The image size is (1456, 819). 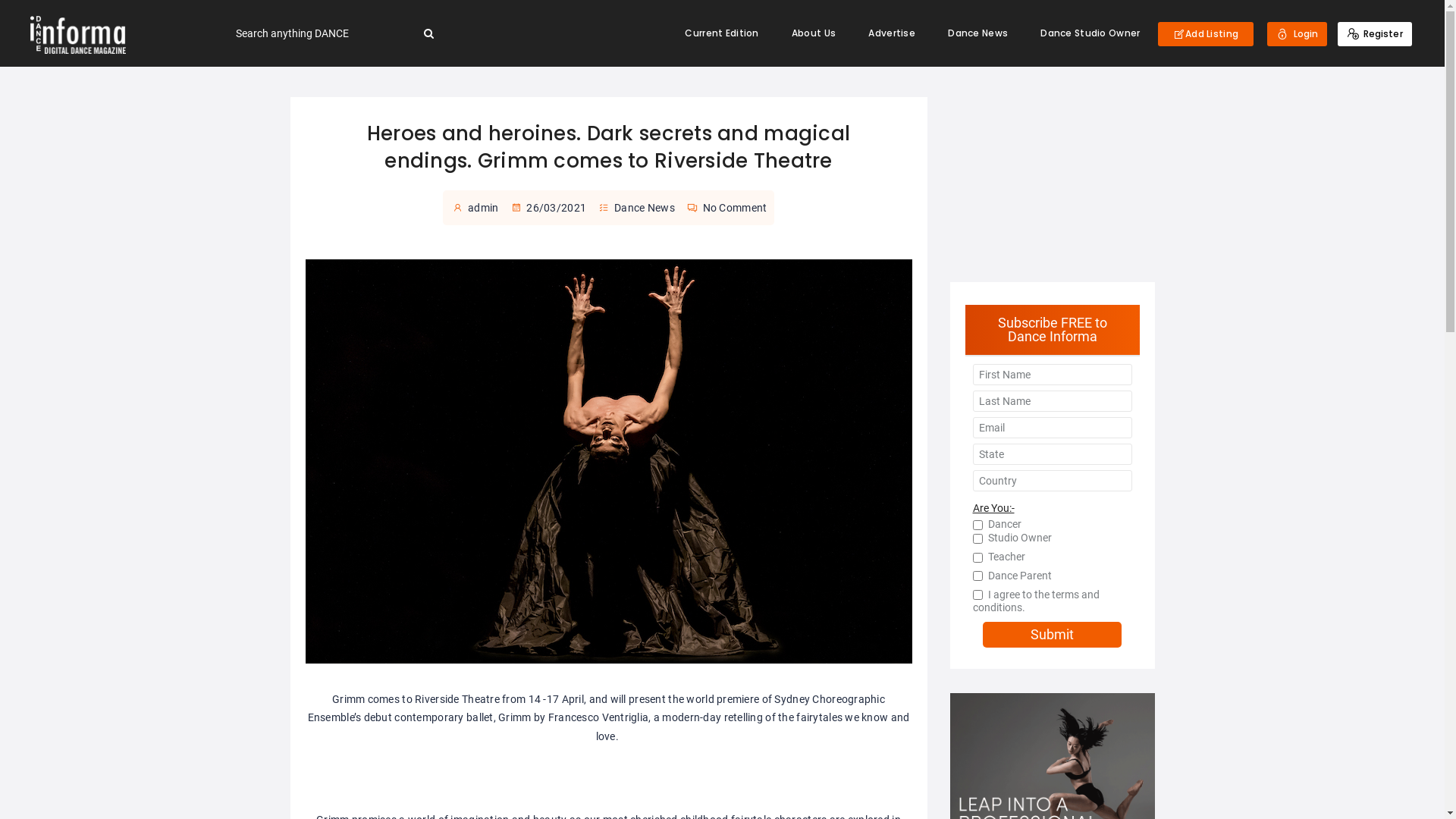 What do you see at coordinates (1089, 33) in the screenshot?
I see `'Dance Studio Owner'` at bounding box center [1089, 33].